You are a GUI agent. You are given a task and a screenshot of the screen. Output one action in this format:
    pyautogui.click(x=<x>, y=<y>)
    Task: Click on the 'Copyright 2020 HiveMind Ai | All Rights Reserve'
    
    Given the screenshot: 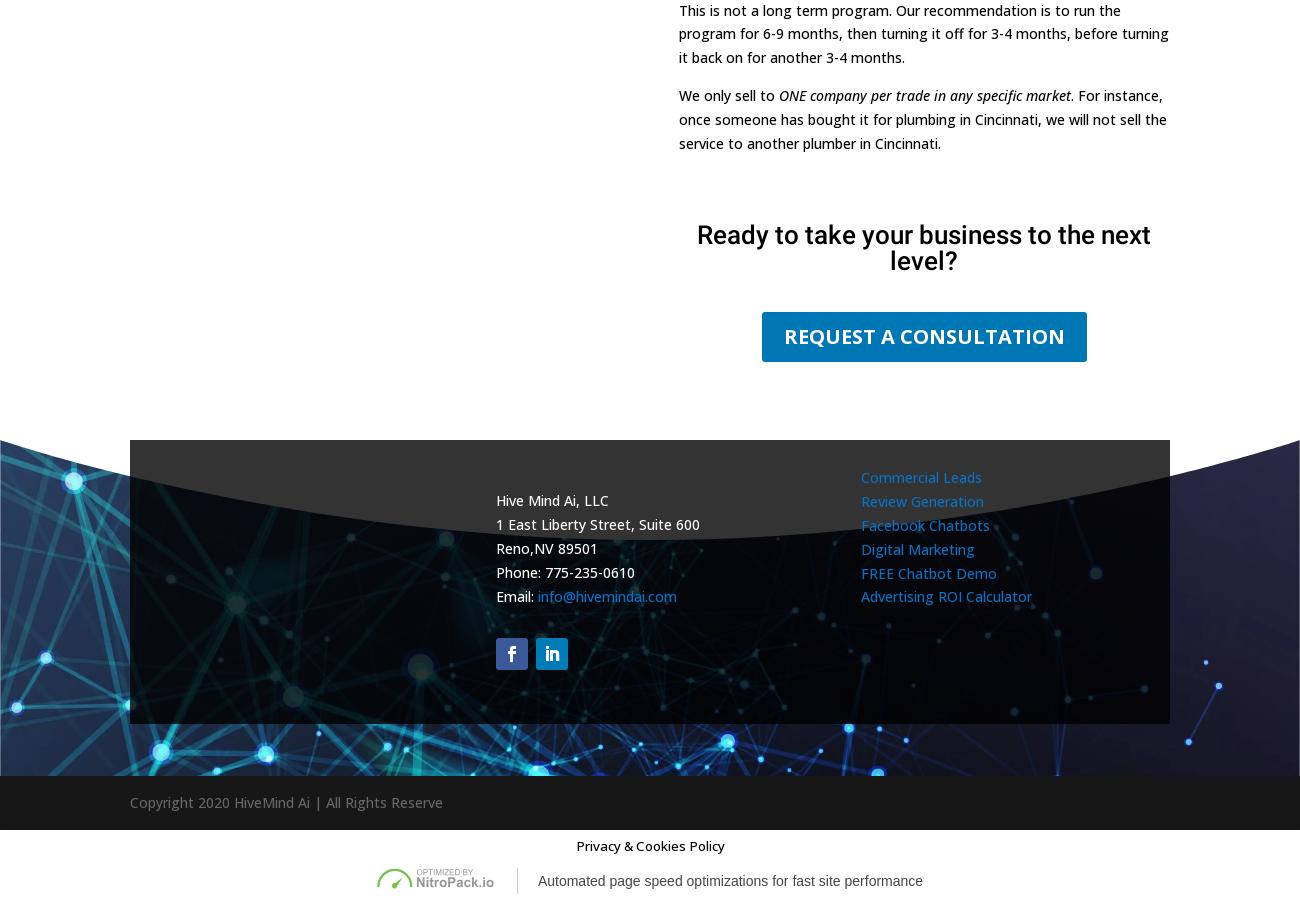 What is the action you would take?
    pyautogui.click(x=286, y=802)
    